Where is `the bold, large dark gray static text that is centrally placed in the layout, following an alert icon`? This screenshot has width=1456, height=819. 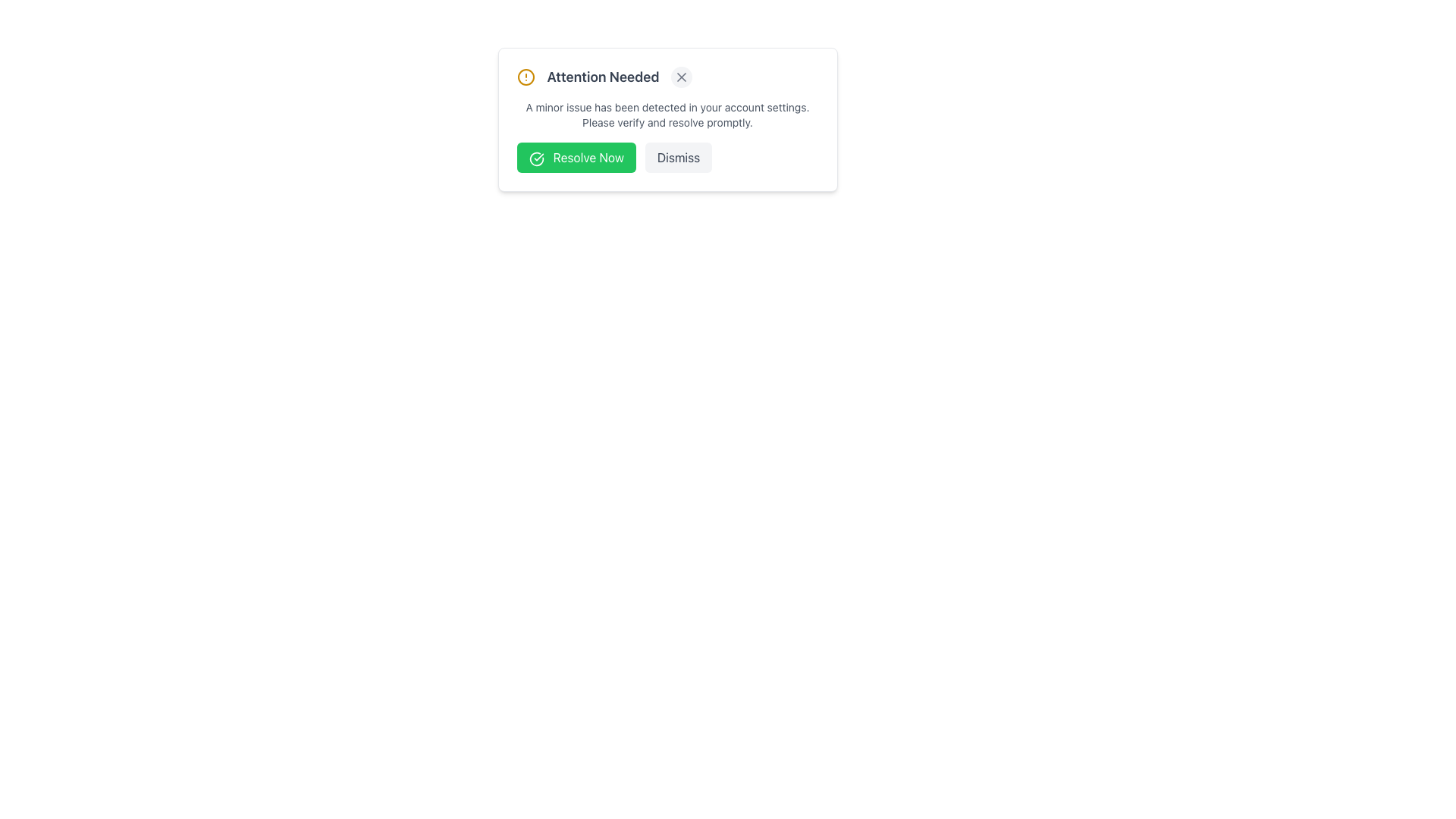
the bold, large dark gray static text that is centrally placed in the layout, following an alert icon is located at coordinates (602, 77).